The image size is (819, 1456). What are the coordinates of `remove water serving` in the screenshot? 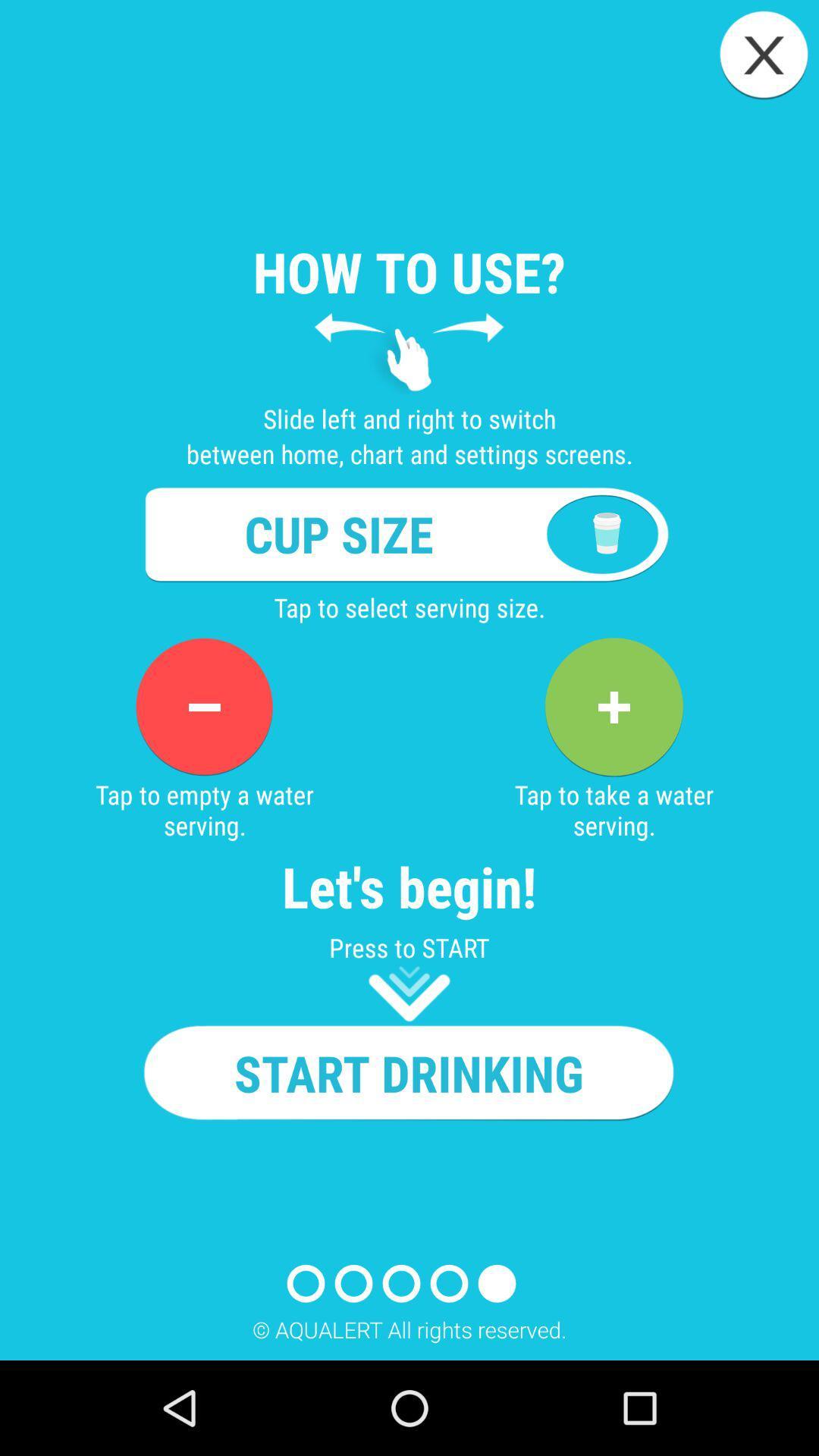 It's located at (203, 706).